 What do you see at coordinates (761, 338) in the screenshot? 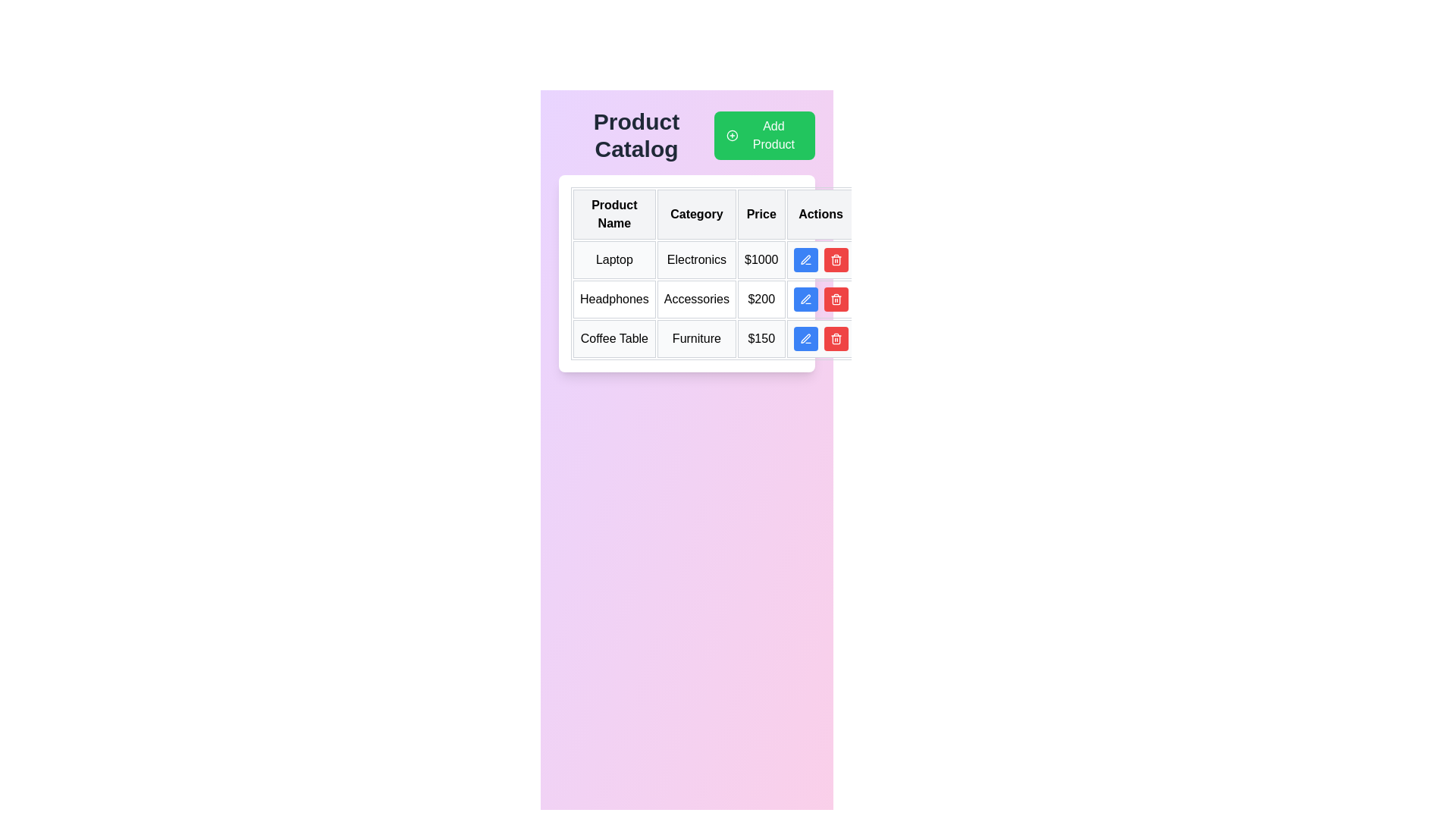
I see `the static text label displaying '$150' which is located in the third row under the 'Price' header of the table` at bounding box center [761, 338].